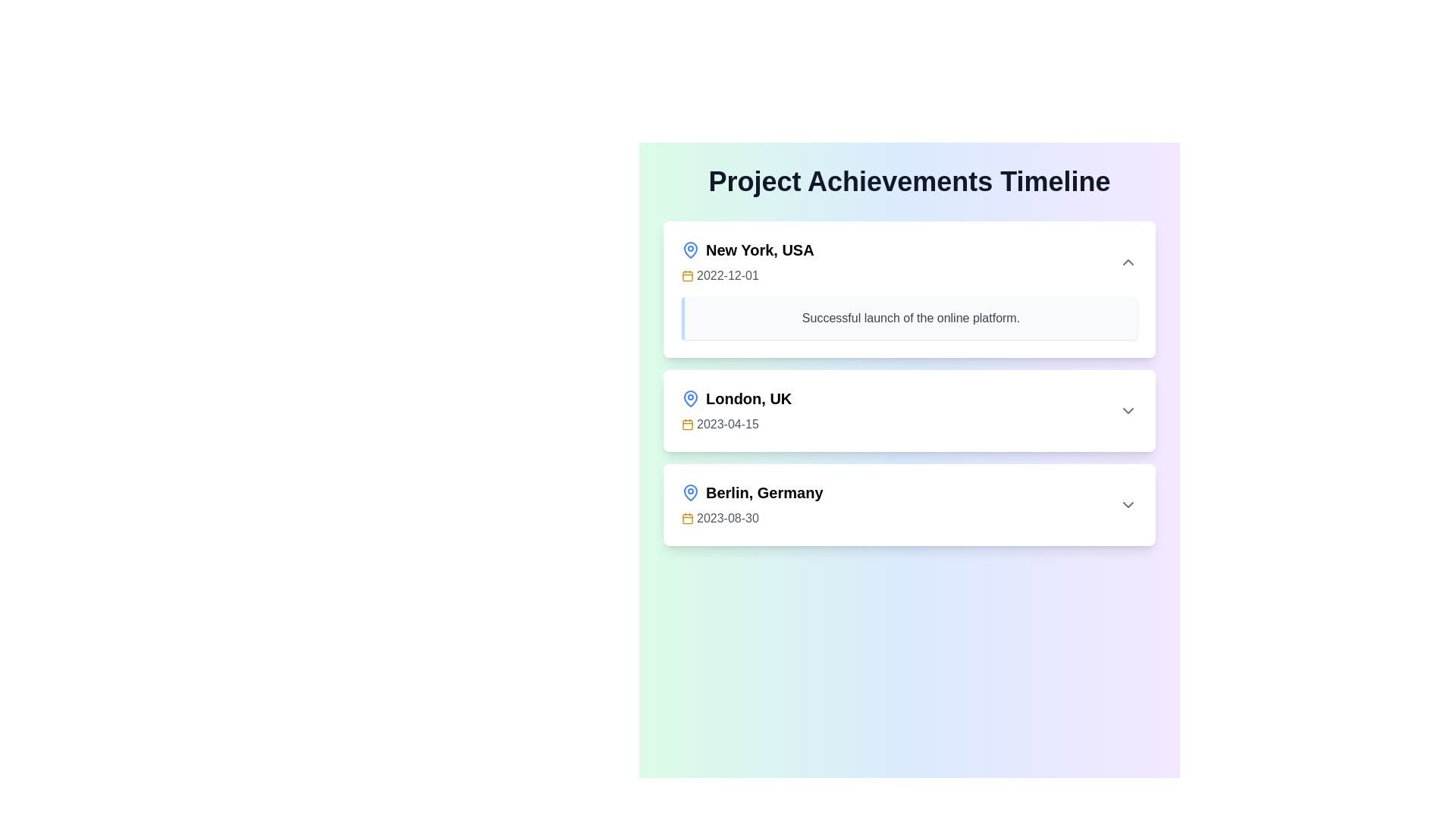 This screenshot has width=1456, height=819. Describe the element at coordinates (690, 491) in the screenshot. I see `the blue map pin icon located in the upper-left corner of the 'Berlin, Germany' card, which is positioned slightly to the left of the text 'Berlin, Germany'` at that location.